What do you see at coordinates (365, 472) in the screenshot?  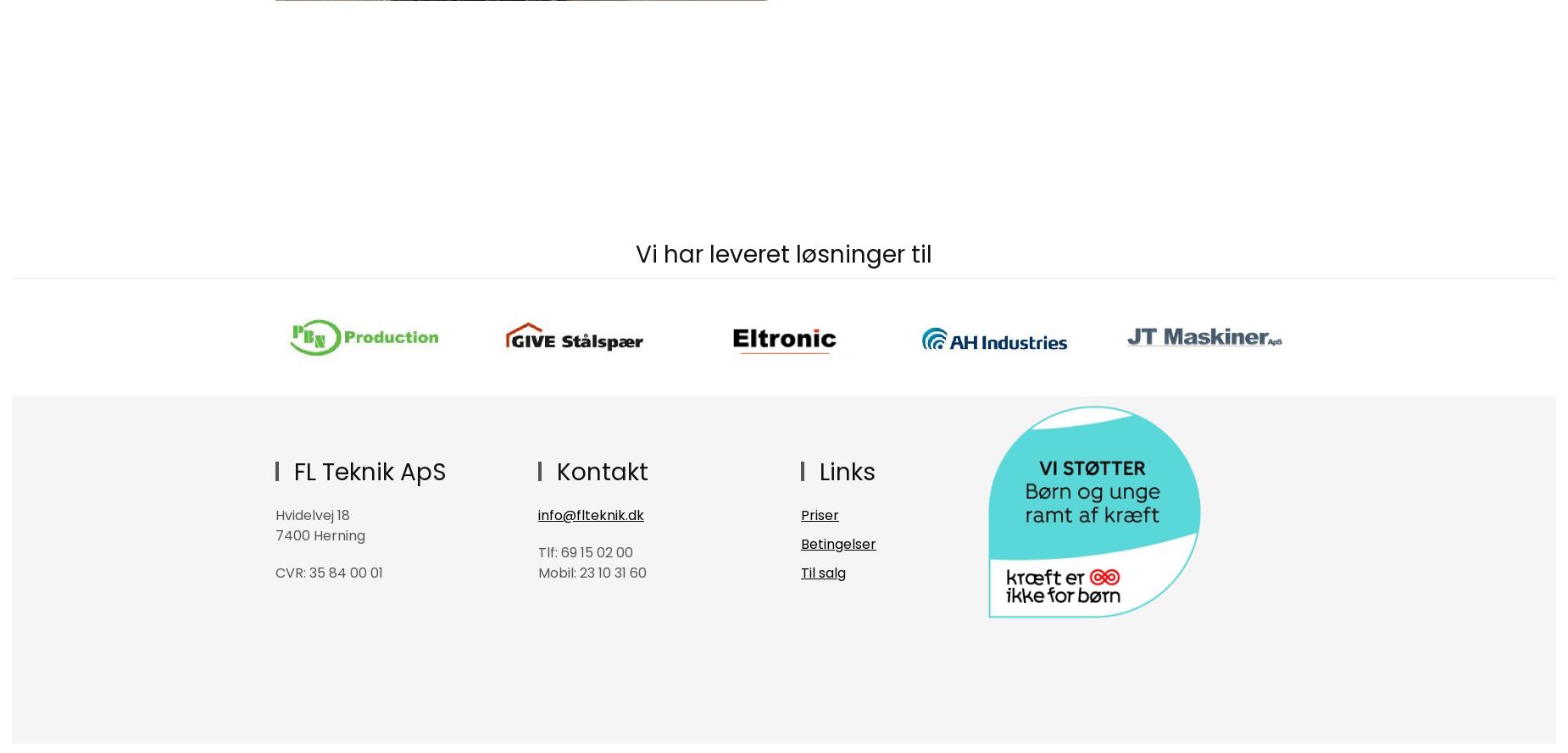 I see `'FL Teknik ApS'` at bounding box center [365, 472].